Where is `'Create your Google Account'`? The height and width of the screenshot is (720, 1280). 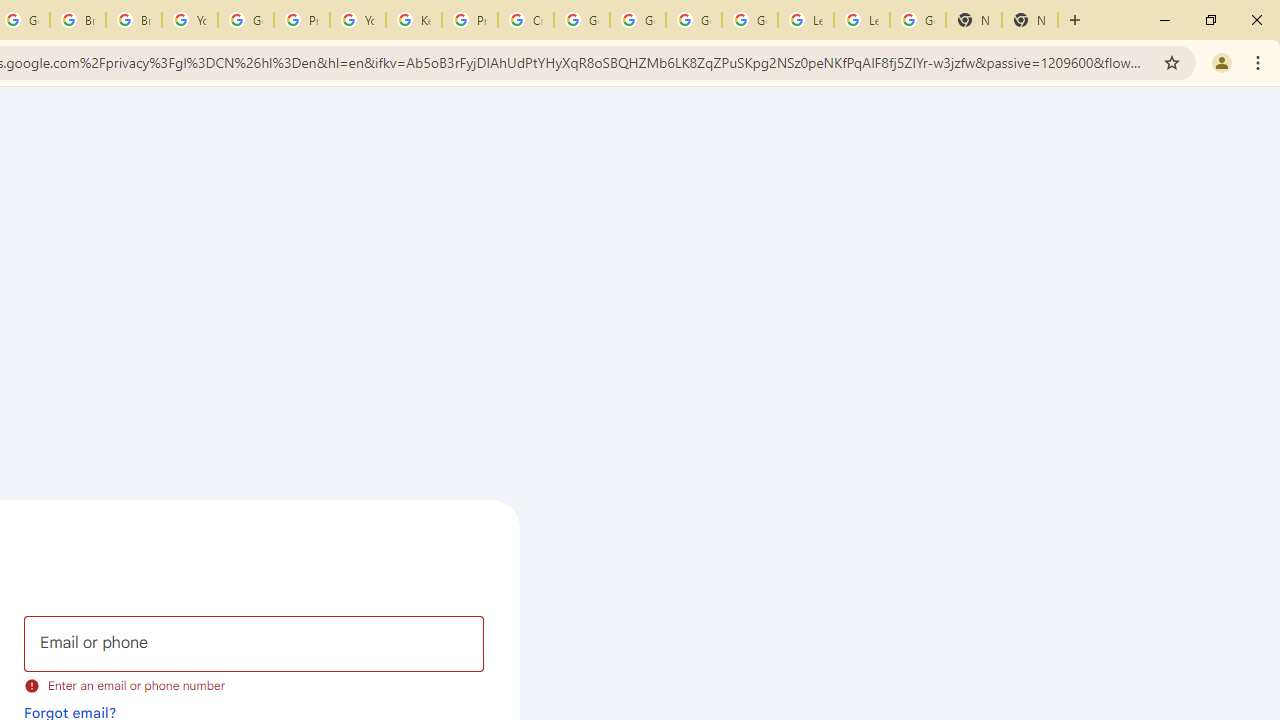
'Create your Google Account' is located at coordinates (526, 20).